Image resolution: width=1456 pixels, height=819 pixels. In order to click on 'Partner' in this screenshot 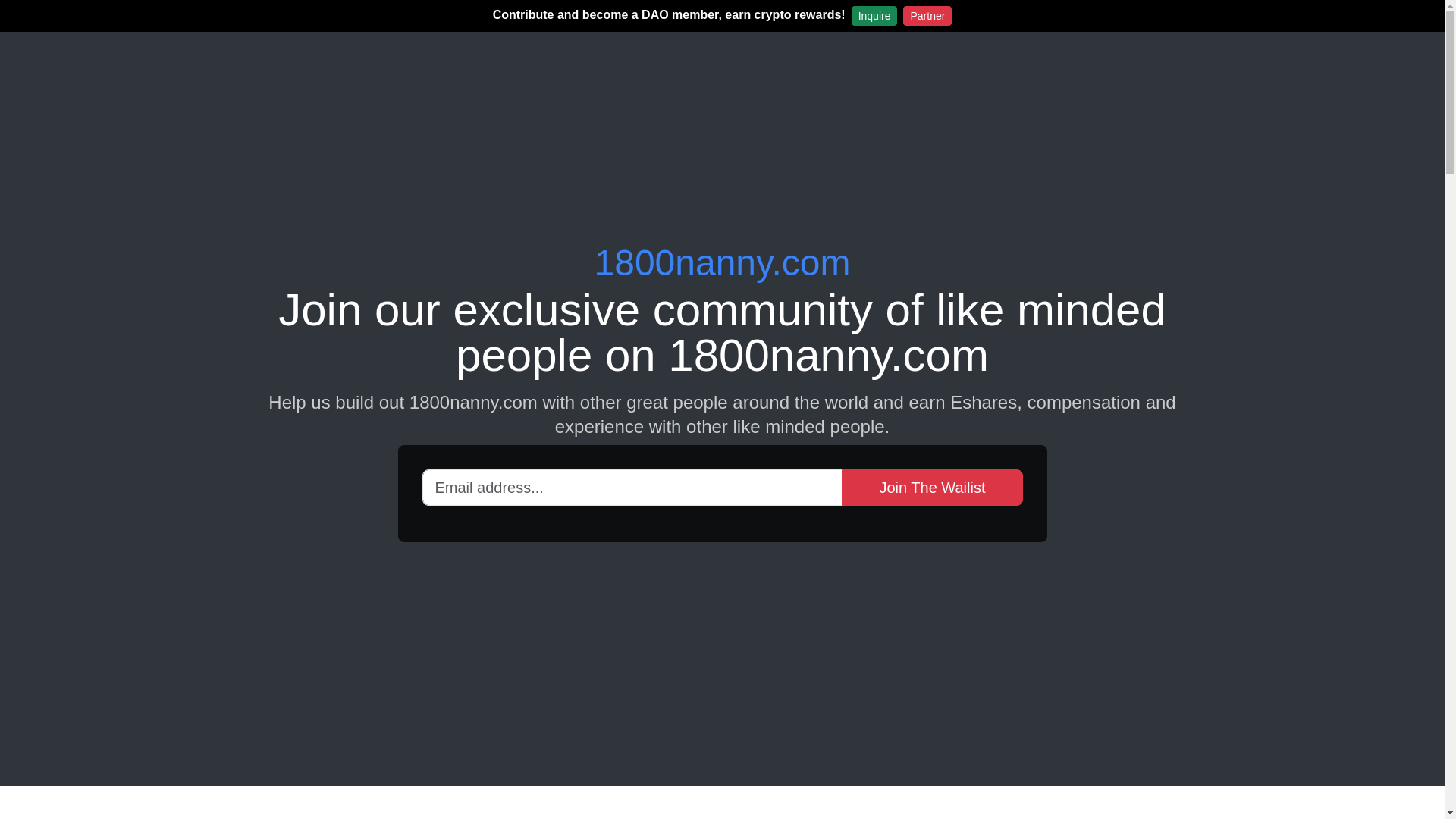, I will do `click(927, 15)`.